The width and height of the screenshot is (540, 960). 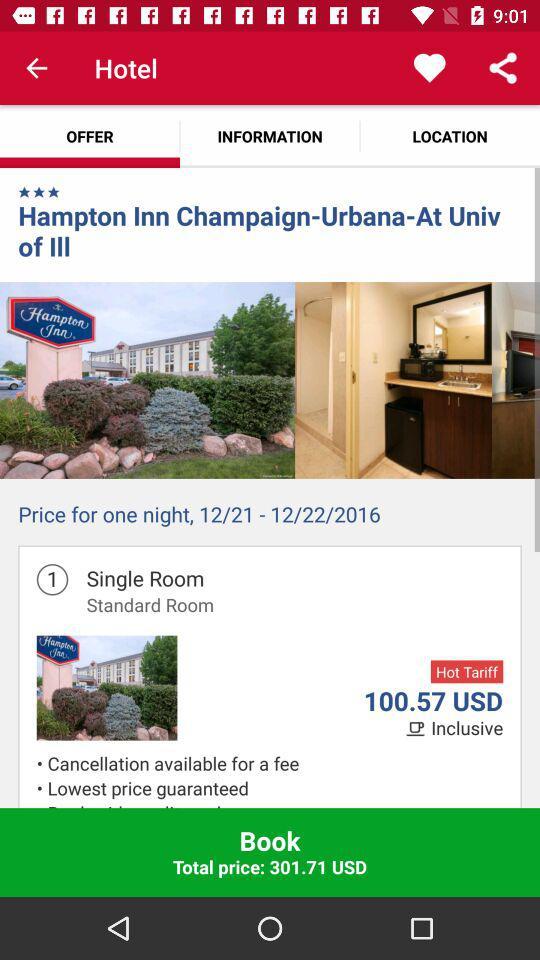 What do you see at coordinates (149, 603) in the screenshot?
I see `the standard room icon` at bounding box center [149, 603].